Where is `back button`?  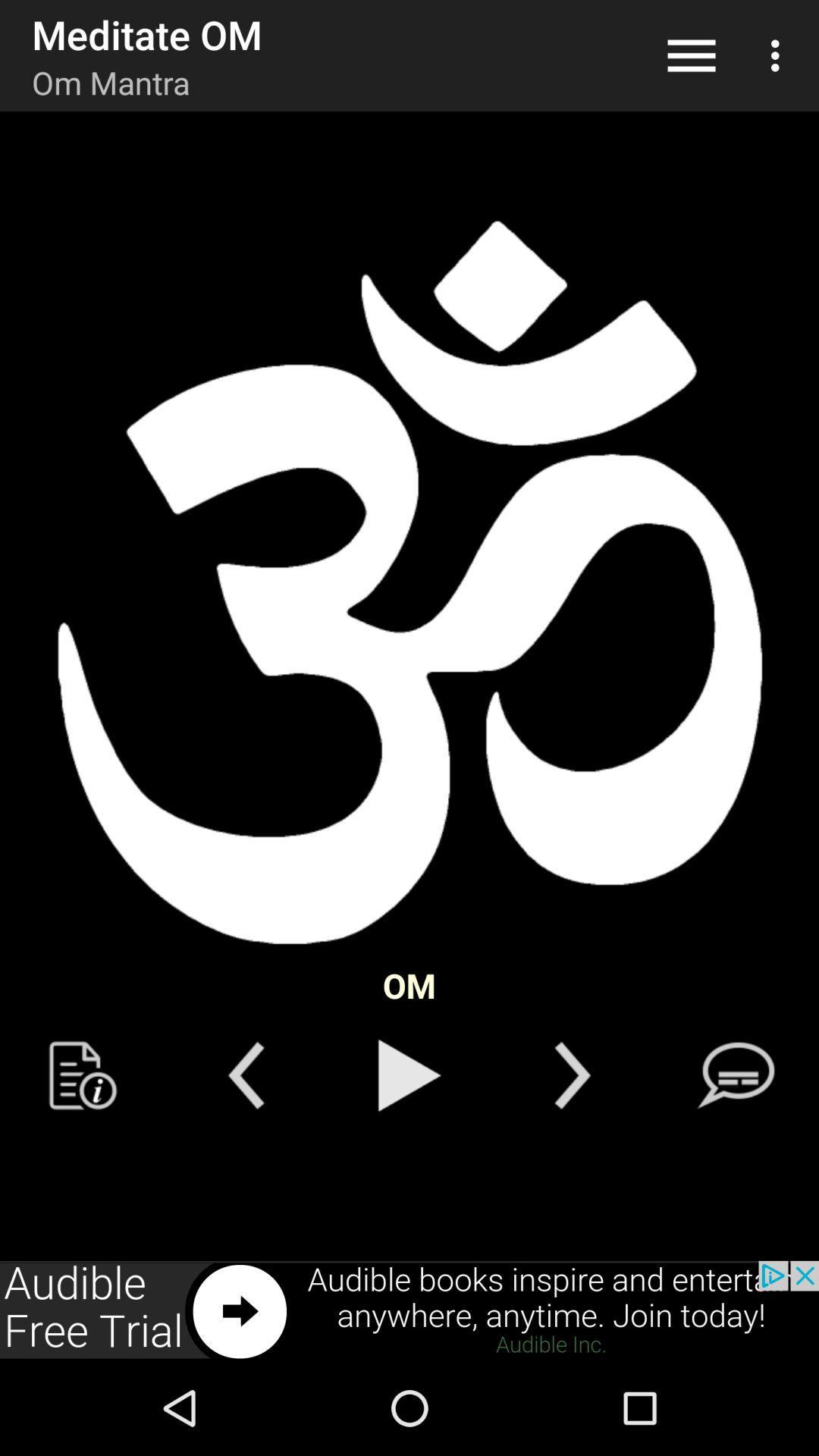
back button is located at coordinates (573, 1075).